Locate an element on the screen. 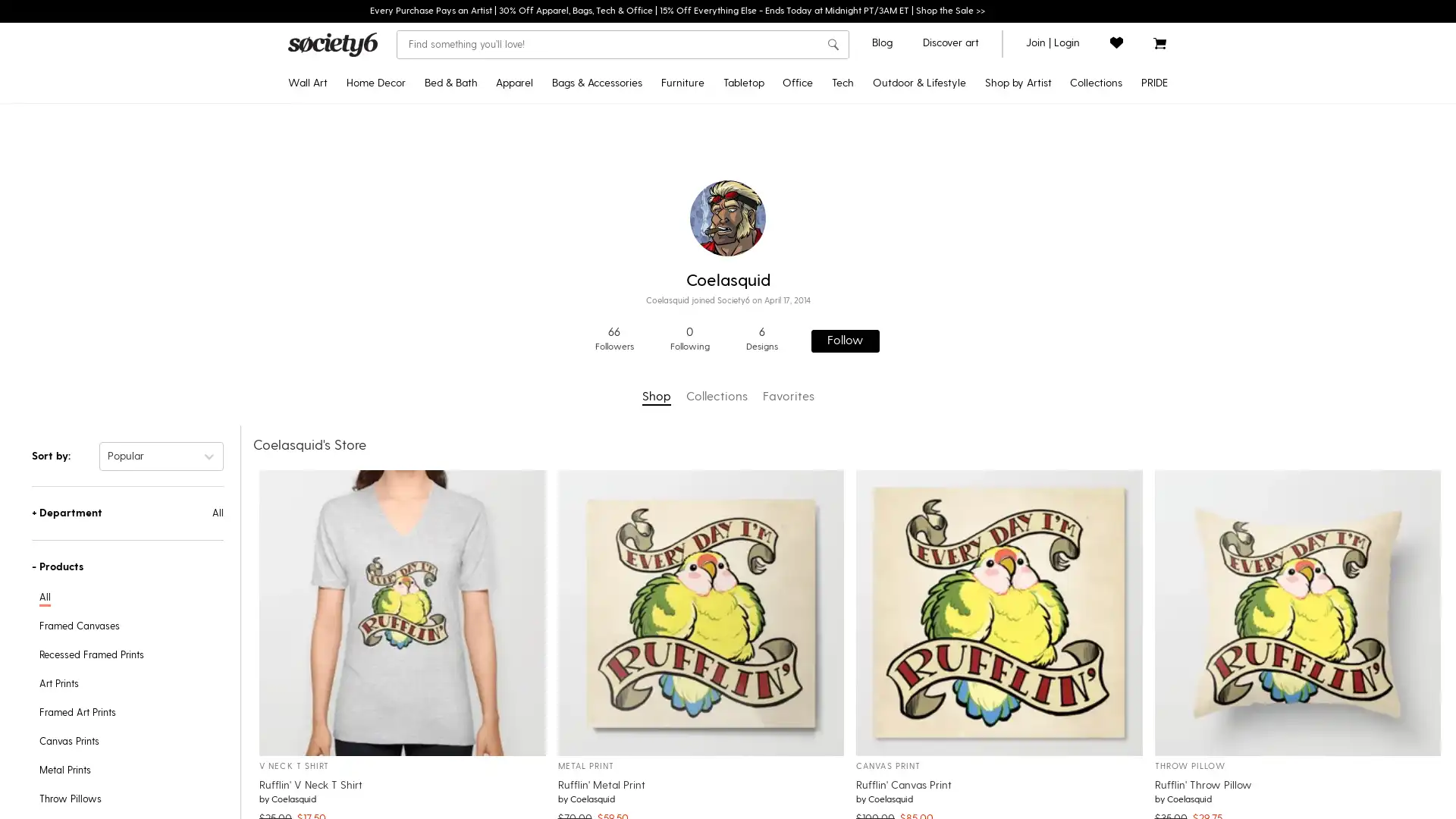  Tank Tops is located at coordinates (562, 268).